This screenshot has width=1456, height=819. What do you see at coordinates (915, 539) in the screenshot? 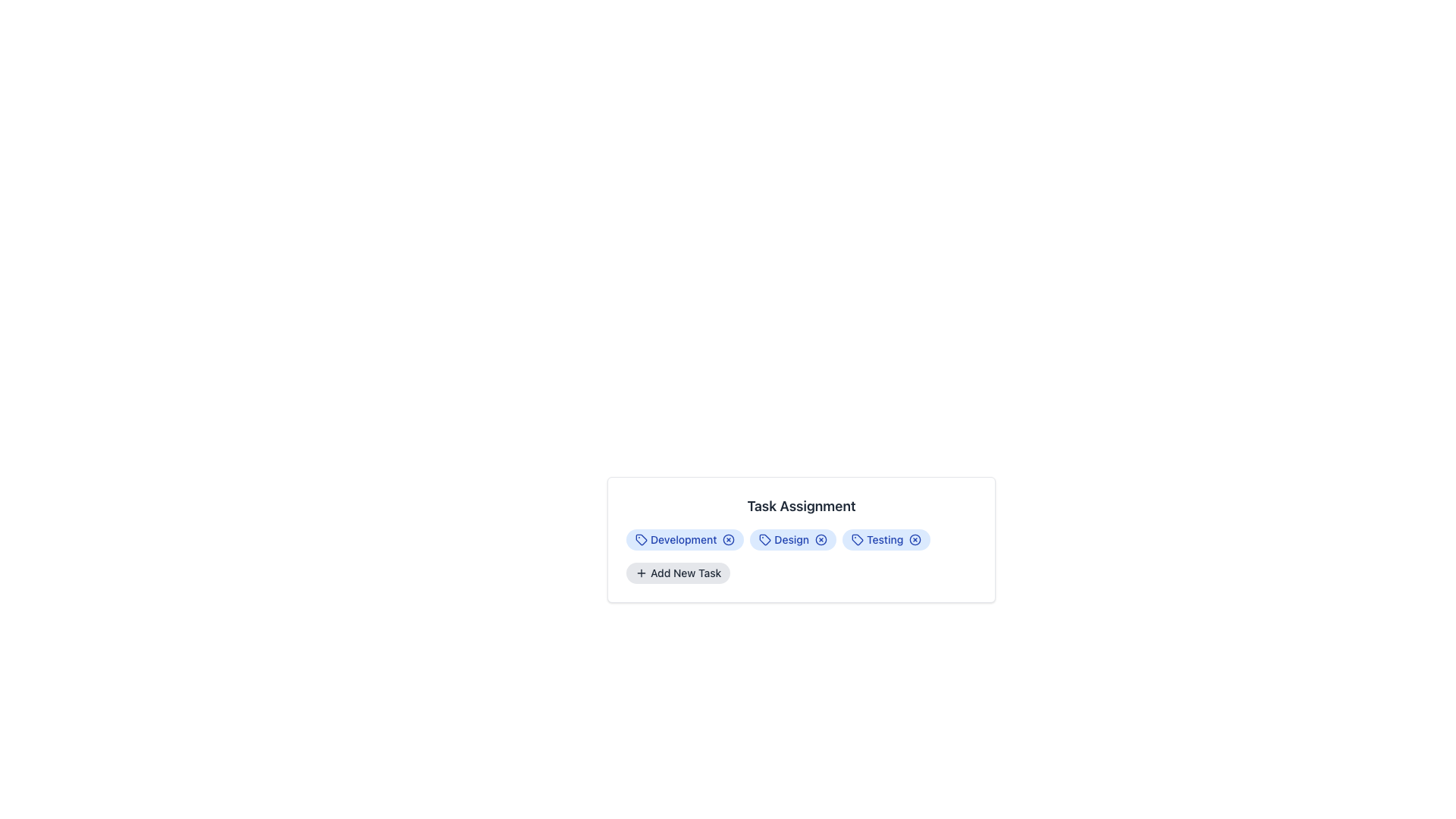
I see `the delete button located in the top-right corner of the 'Testing' tag` at bounding box center [915, 539].